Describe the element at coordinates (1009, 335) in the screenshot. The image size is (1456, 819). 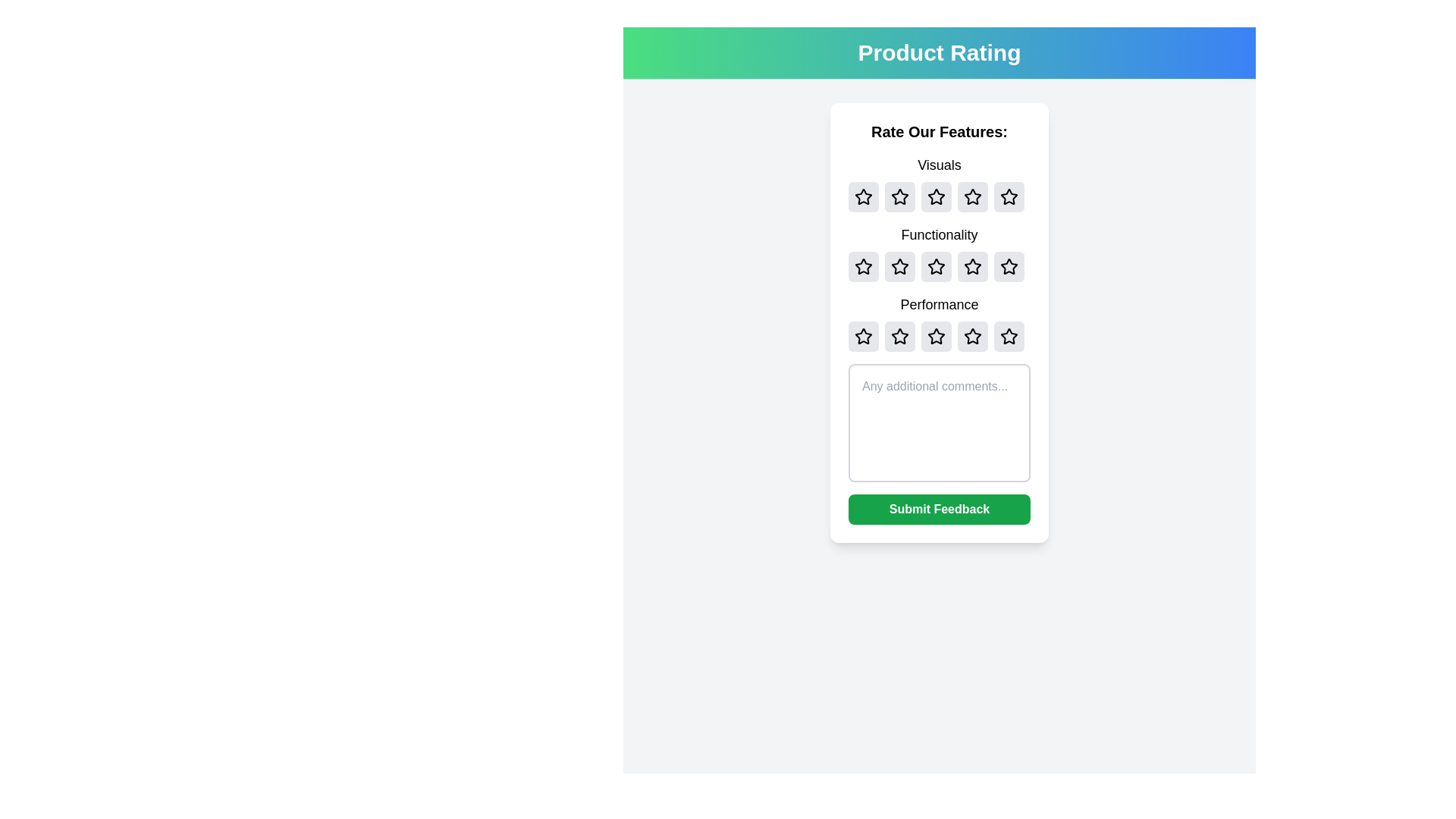
I see `the star icon button to assign a rating of '5' in the 'Performance' category, which is the fifth element in the row of rating stars` at that location.